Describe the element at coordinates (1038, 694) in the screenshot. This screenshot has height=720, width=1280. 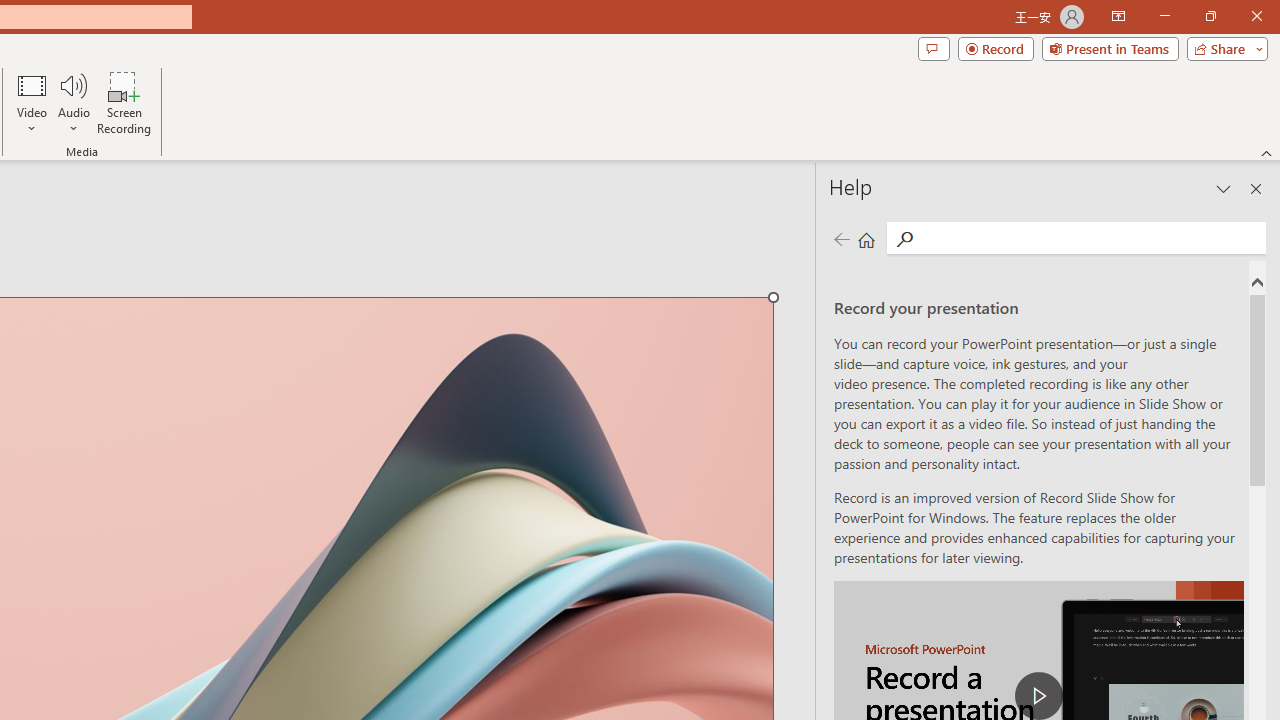
I see `'play Record a Presentation'` at that location.